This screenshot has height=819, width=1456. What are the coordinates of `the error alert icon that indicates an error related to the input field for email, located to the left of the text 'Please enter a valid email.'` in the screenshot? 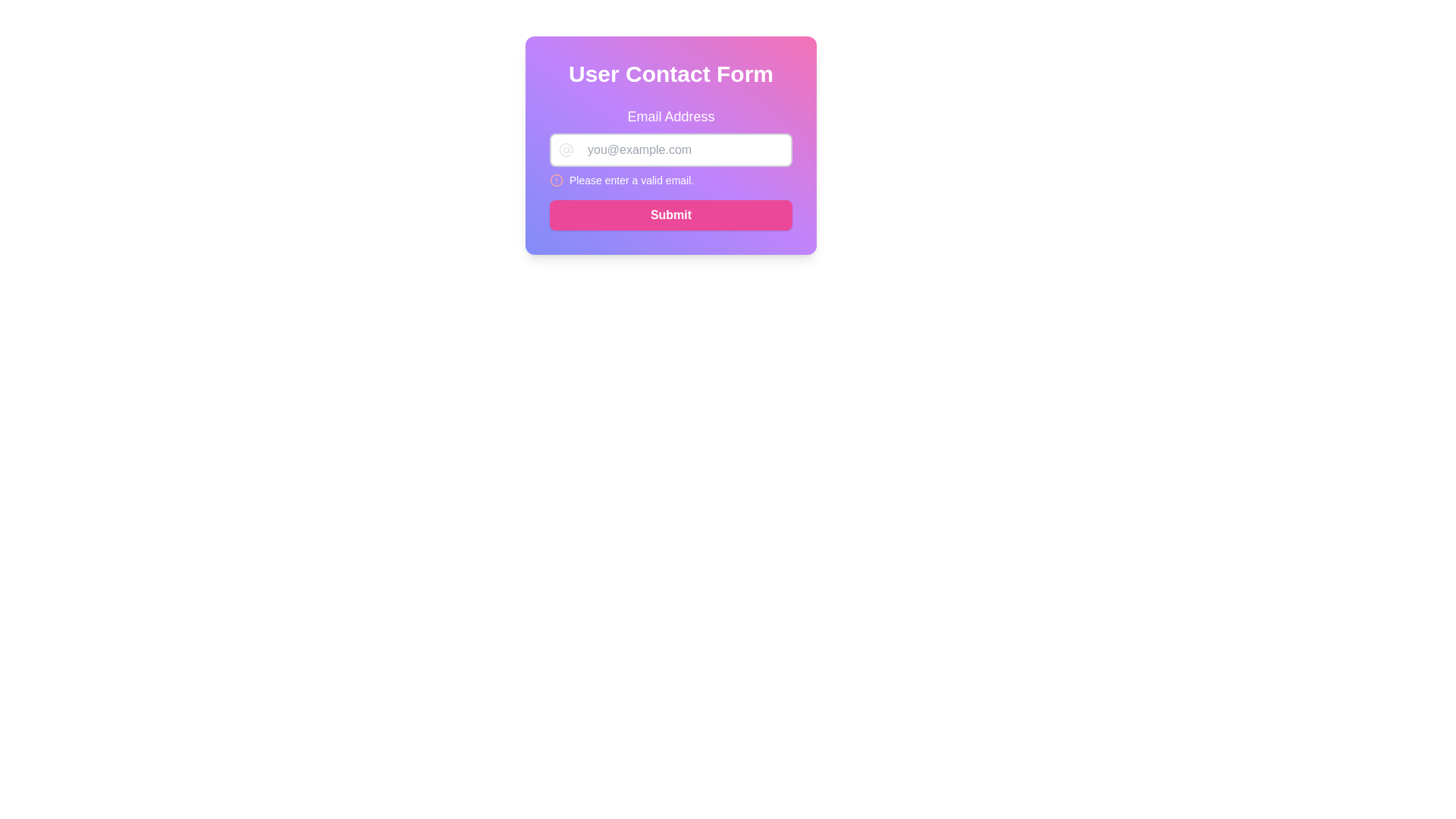 It's located at (556, 180).